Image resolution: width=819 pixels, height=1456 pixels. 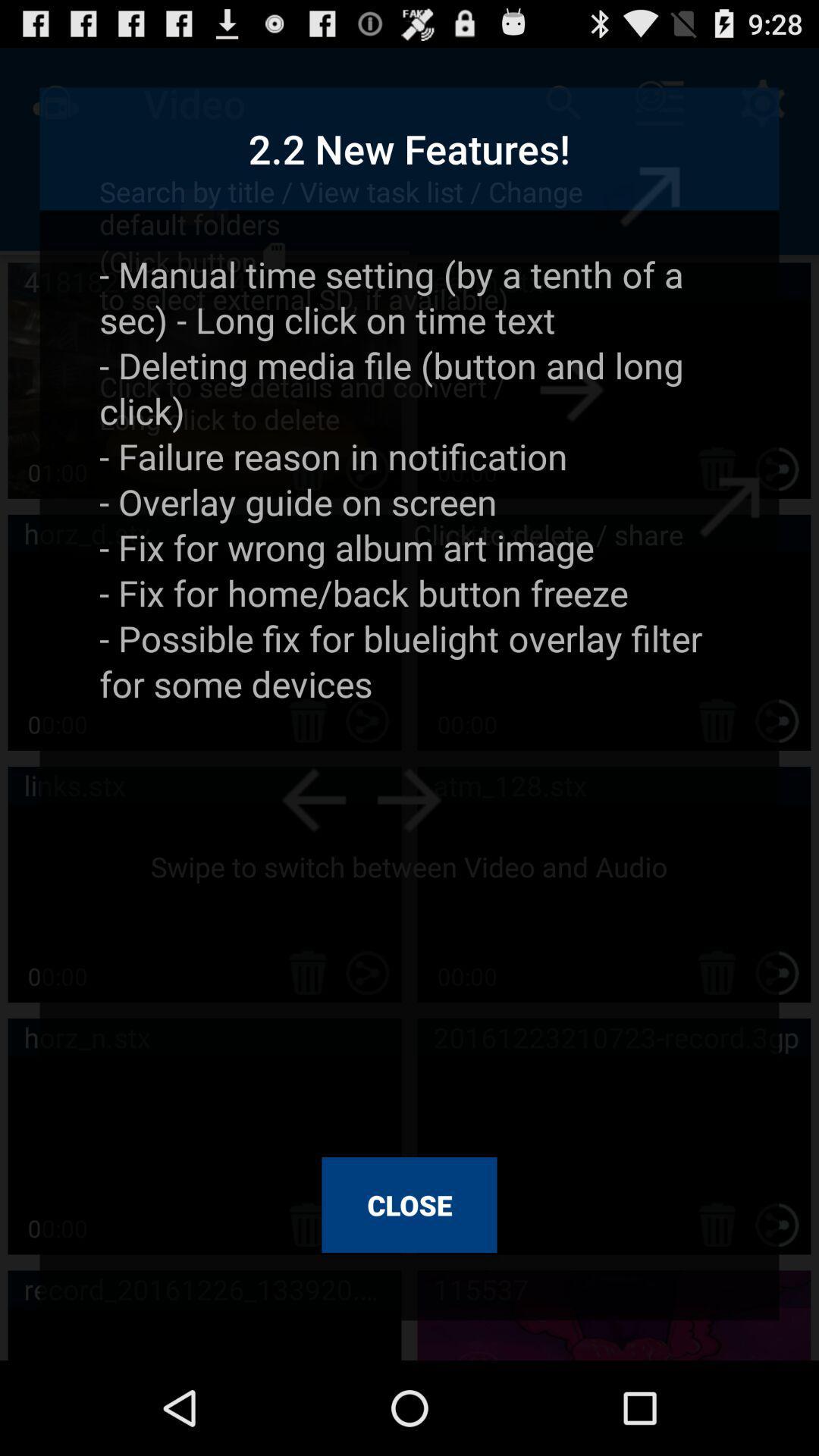 I want to click on the manual time setting item, so click(x=409, y=693).